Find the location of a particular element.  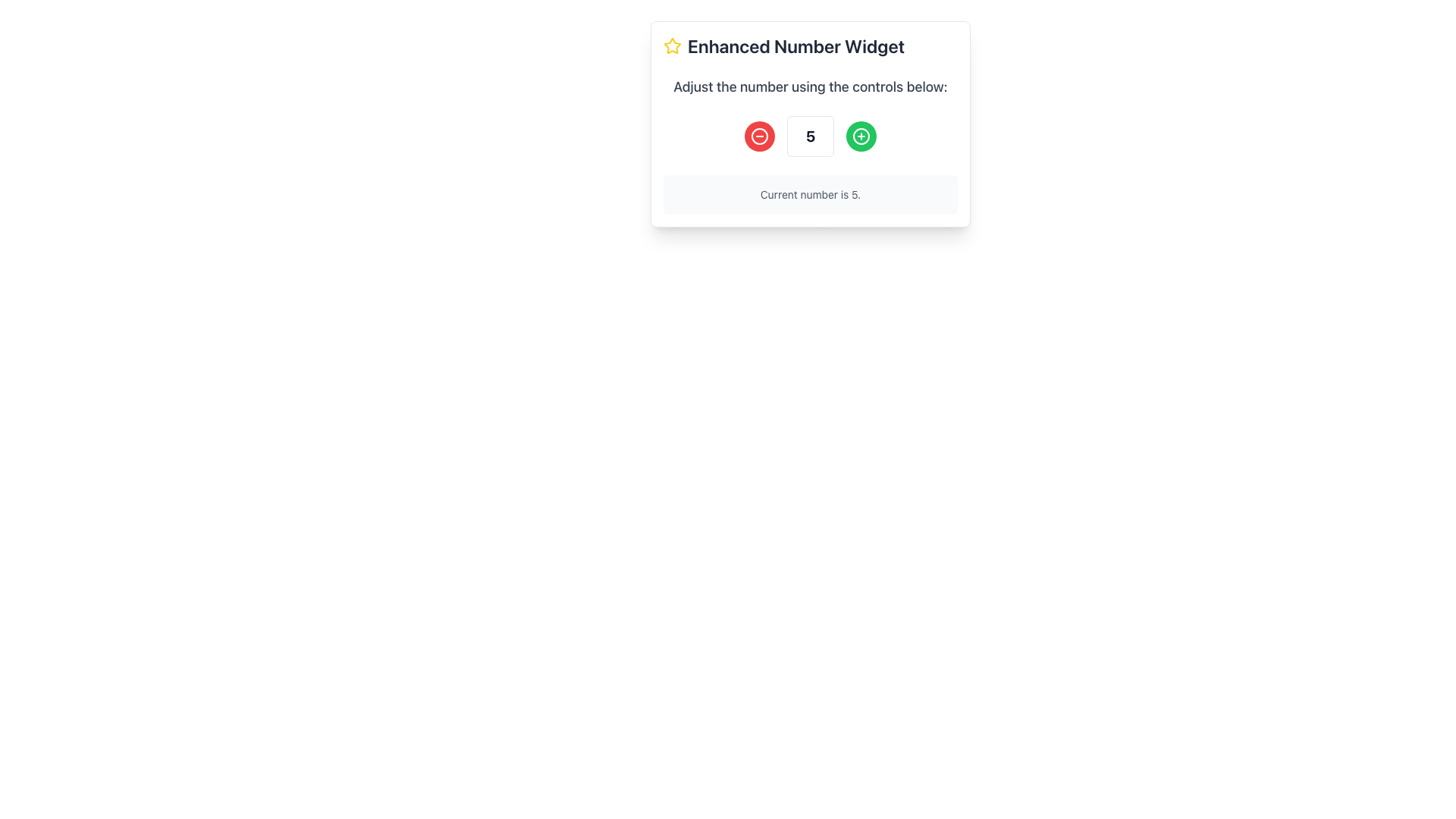

the circular green button with a white plus icon to trigger the hover effect is located at coordinates (861, 136).